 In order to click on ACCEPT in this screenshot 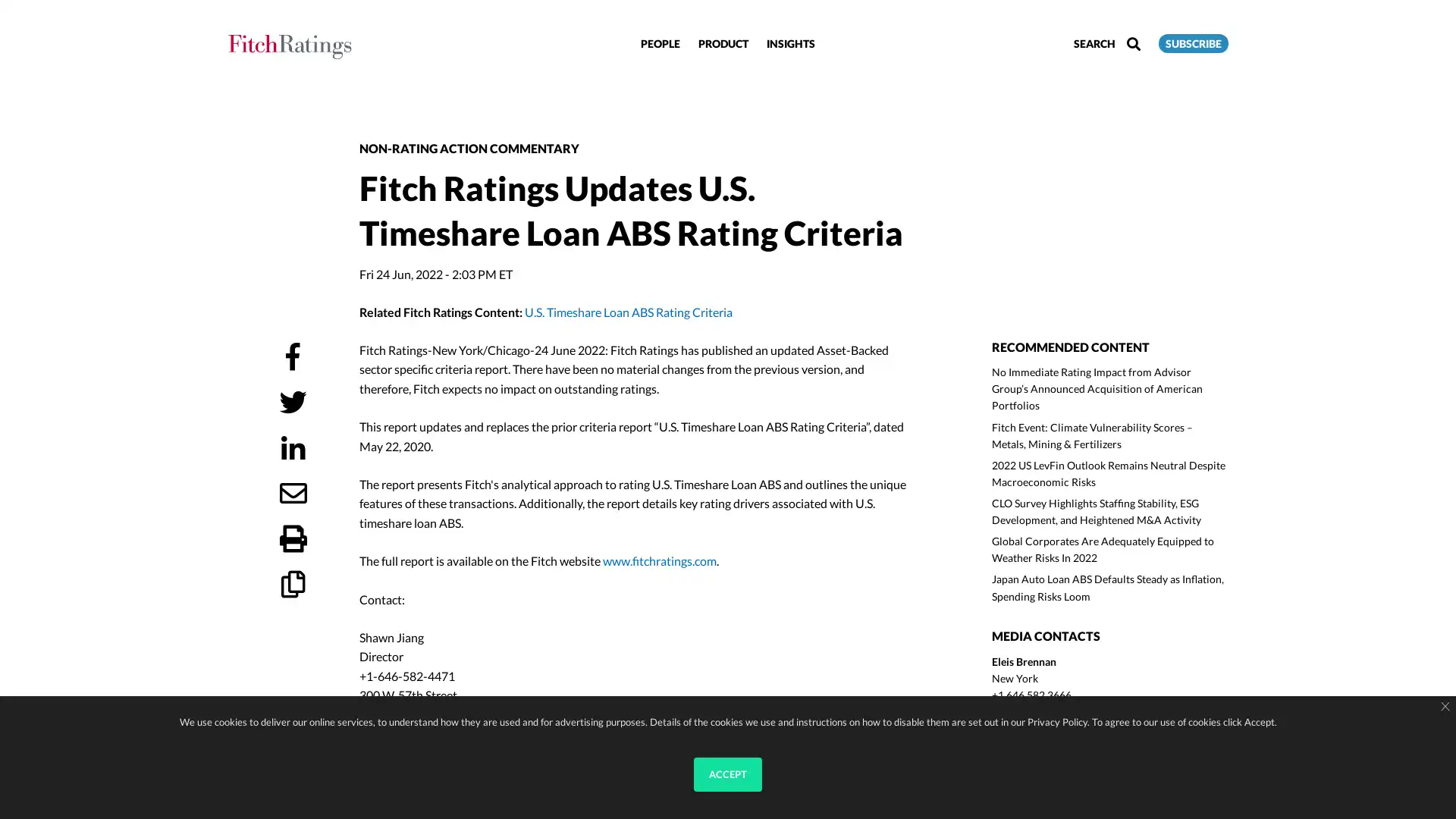, I will do `click(728, 774)`.